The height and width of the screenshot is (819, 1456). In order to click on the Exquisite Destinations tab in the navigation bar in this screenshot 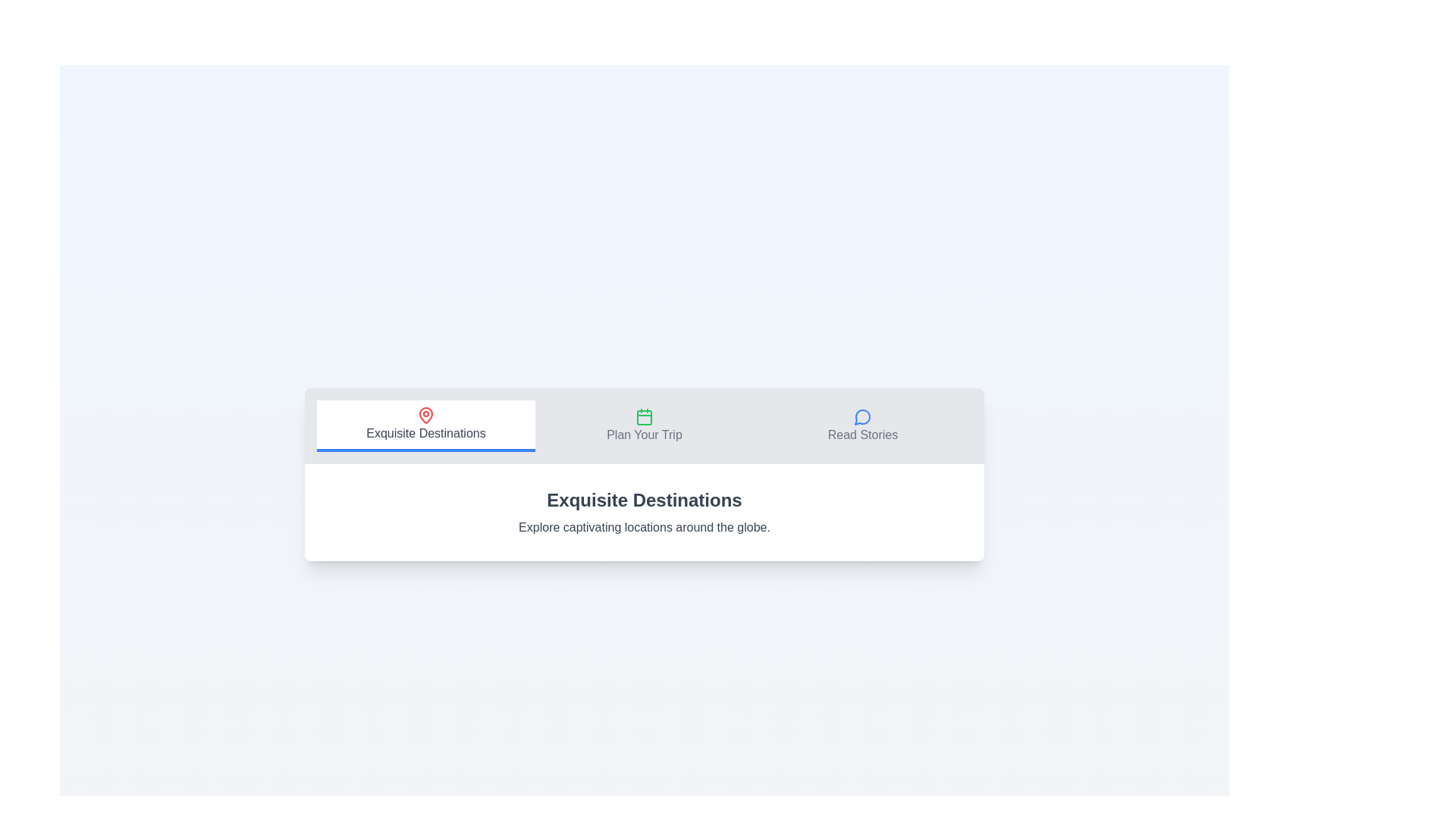, I will do `click(425, 426)`.